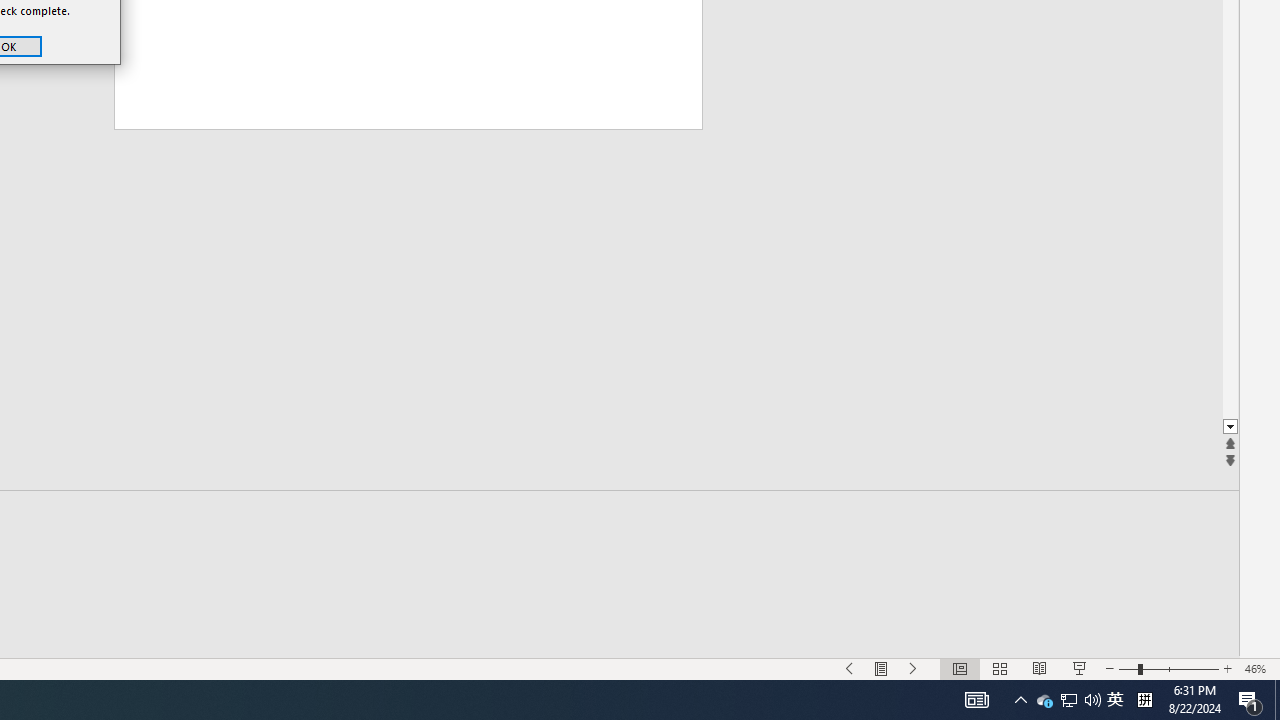 This screenshot has width=1280, height=720. What do you see at coordinates (913, 669) in the screenshot?
I see `'Slide Show Next On'` at bounding box center [913, 669].